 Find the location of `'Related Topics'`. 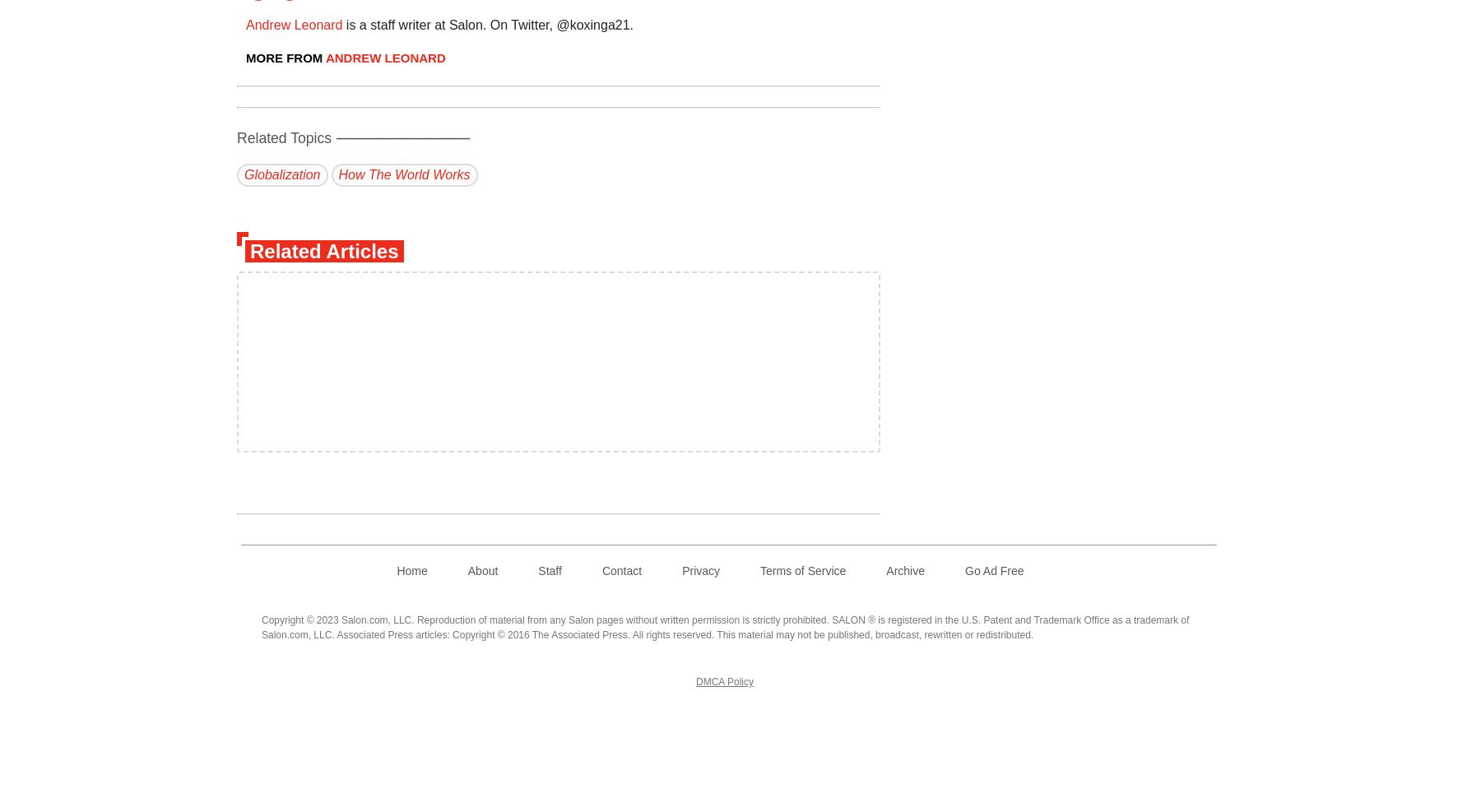

'Related Topics' is located at coordinates (286, 137).